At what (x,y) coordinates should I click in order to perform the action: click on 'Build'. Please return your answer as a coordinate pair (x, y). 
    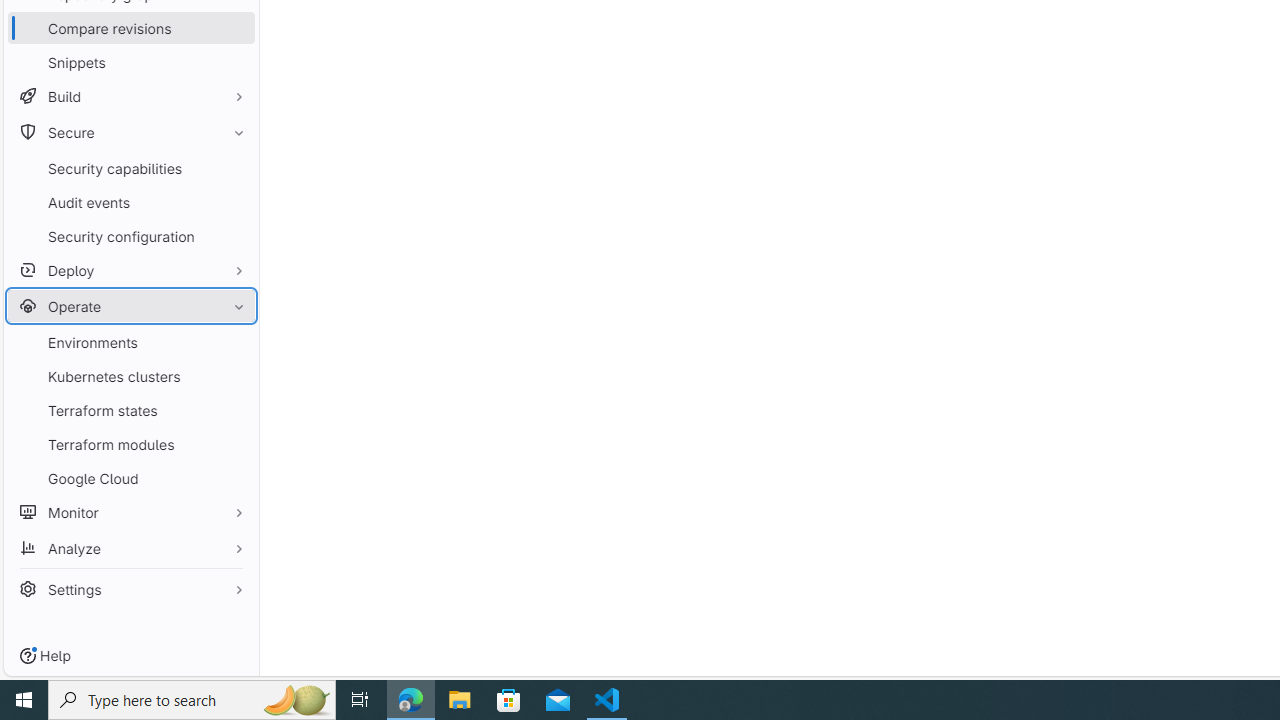
    Looking at the image, I should click on (130, 96).